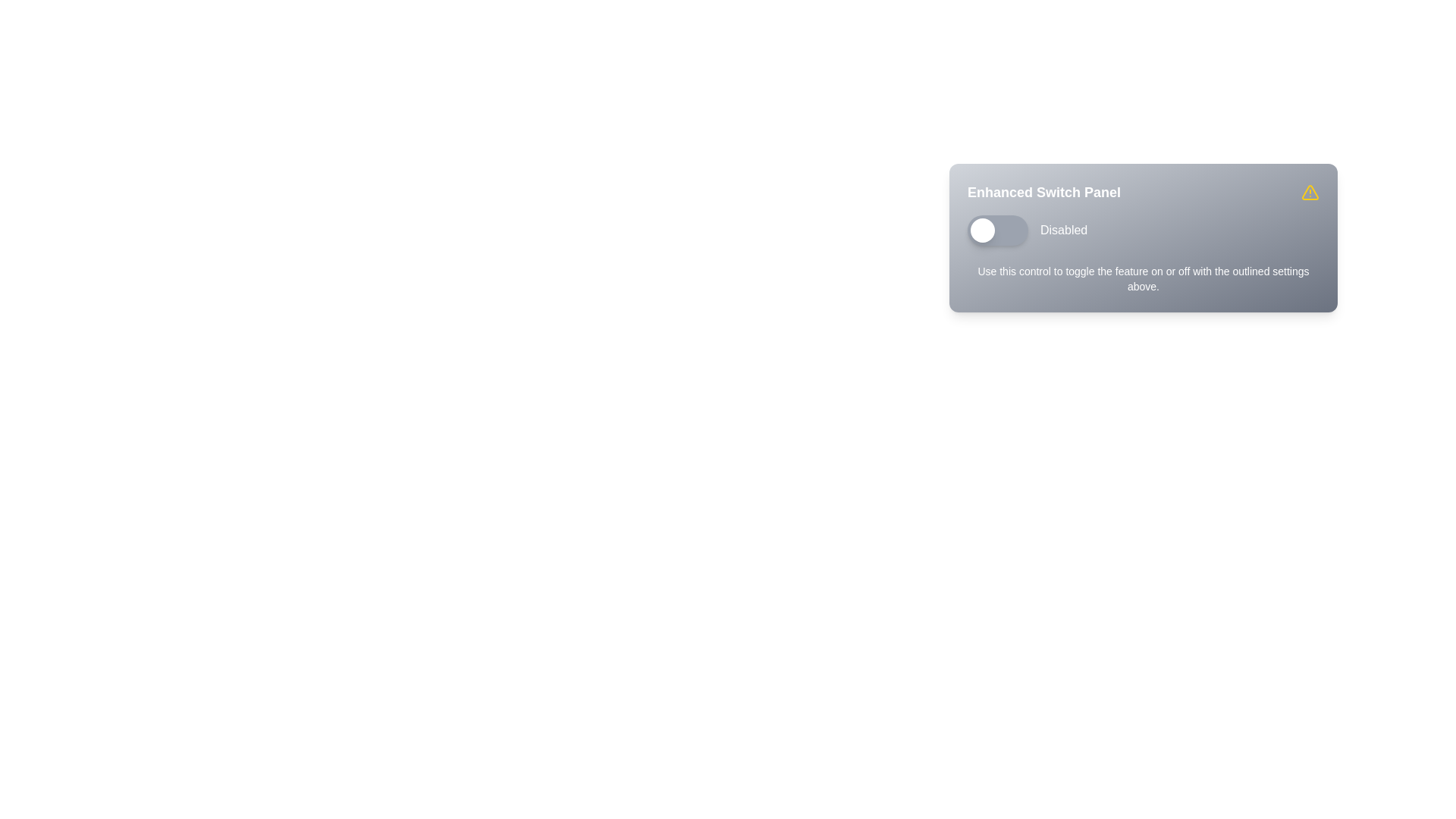 The image size is (1456, 819). What do you see at coordinates (1310, 192) in the screenshot?
I see `the triangular yellow warning icon with a hollow outline located in the top-right corner of the gray 'Enhanced Switch Panel'` at bounding box center [1310, 192].